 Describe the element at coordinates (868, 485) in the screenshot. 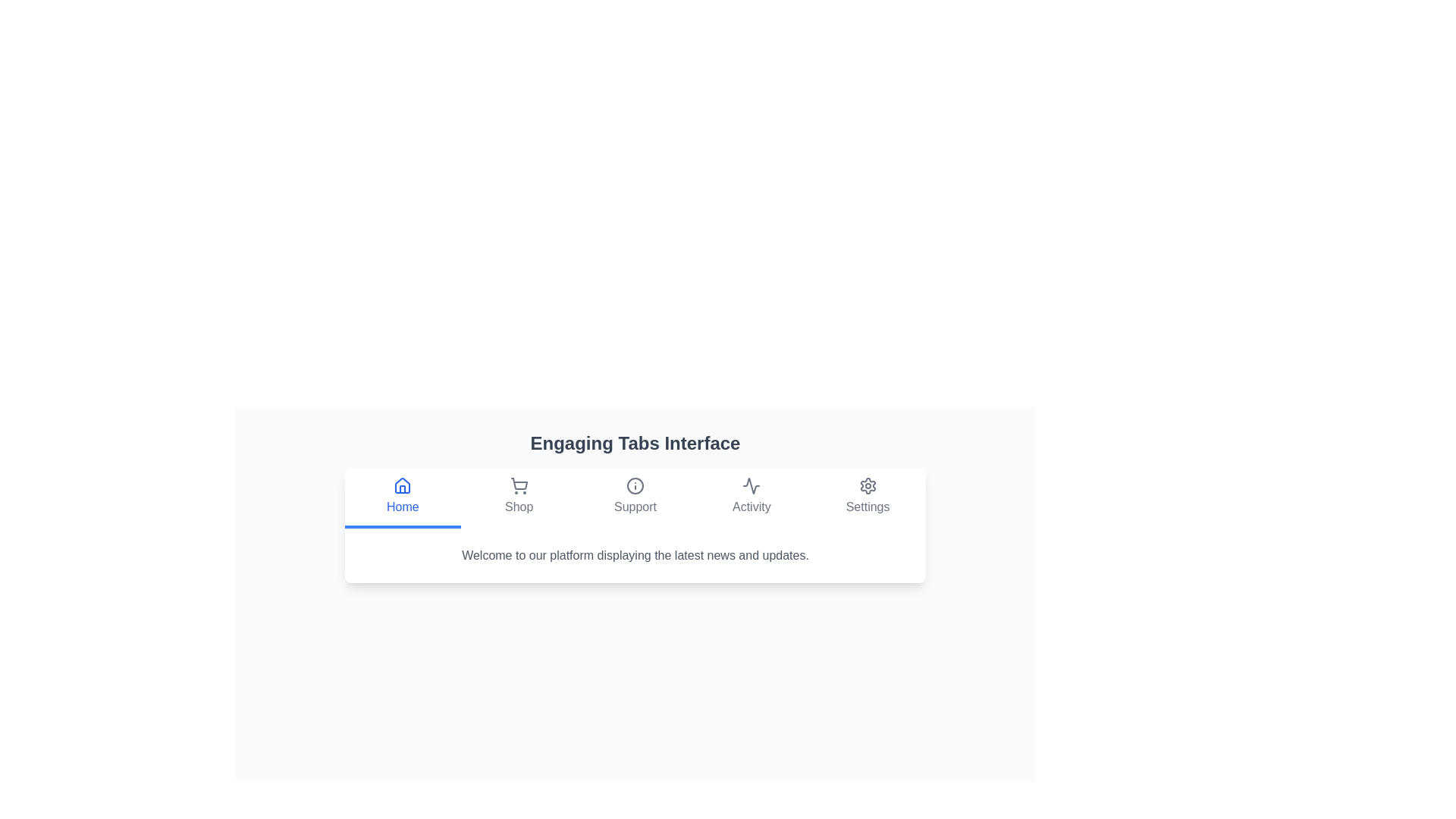

I see `the gear icon representing settings located at the top-right corner of the settings tab` at that location.